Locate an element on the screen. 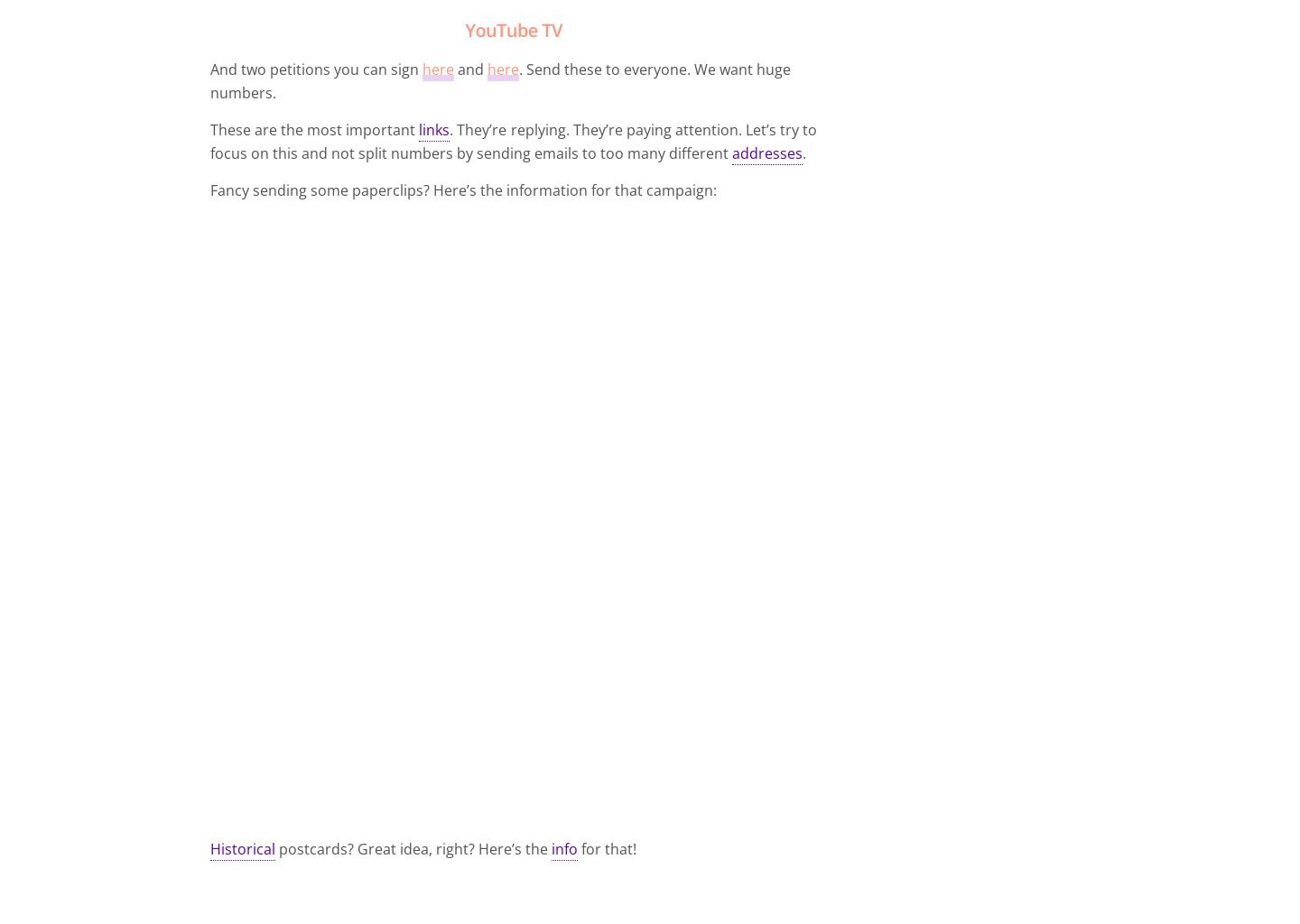 This screenshot has height=924, width=1300. 'info' is located at coordinates (563, 848).